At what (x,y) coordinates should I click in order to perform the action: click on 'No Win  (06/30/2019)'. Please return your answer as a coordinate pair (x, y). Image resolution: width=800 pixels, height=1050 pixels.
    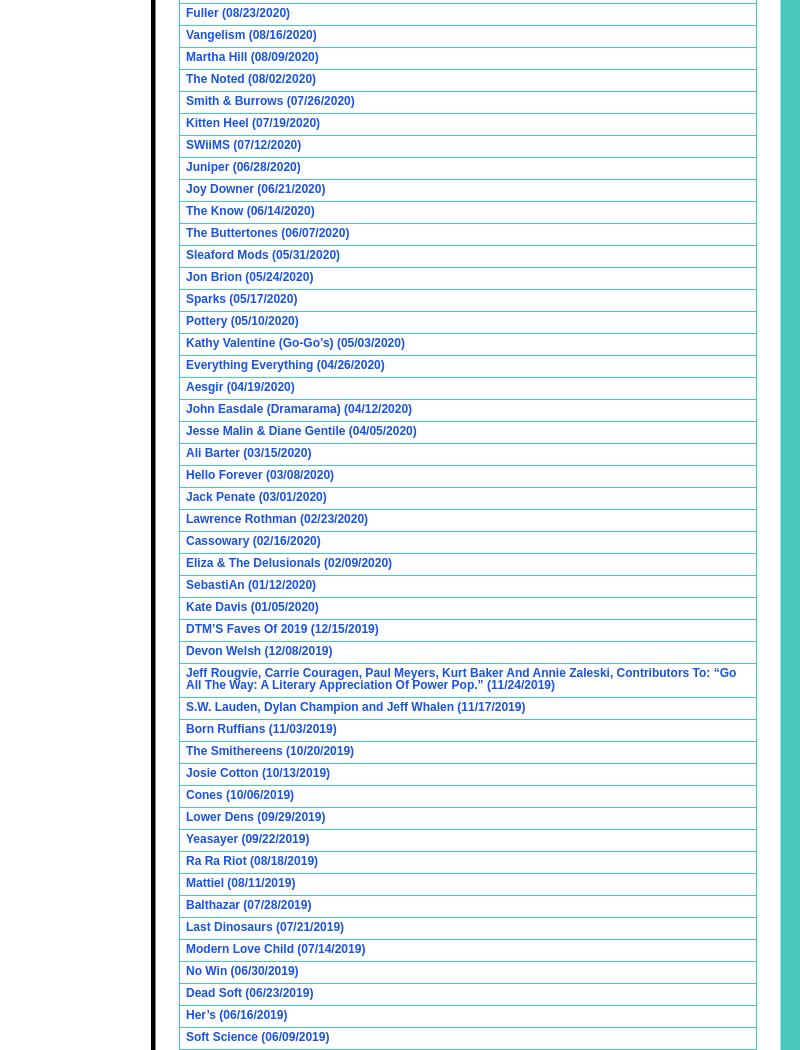
    Looking at the image, I should click on (241, 970).